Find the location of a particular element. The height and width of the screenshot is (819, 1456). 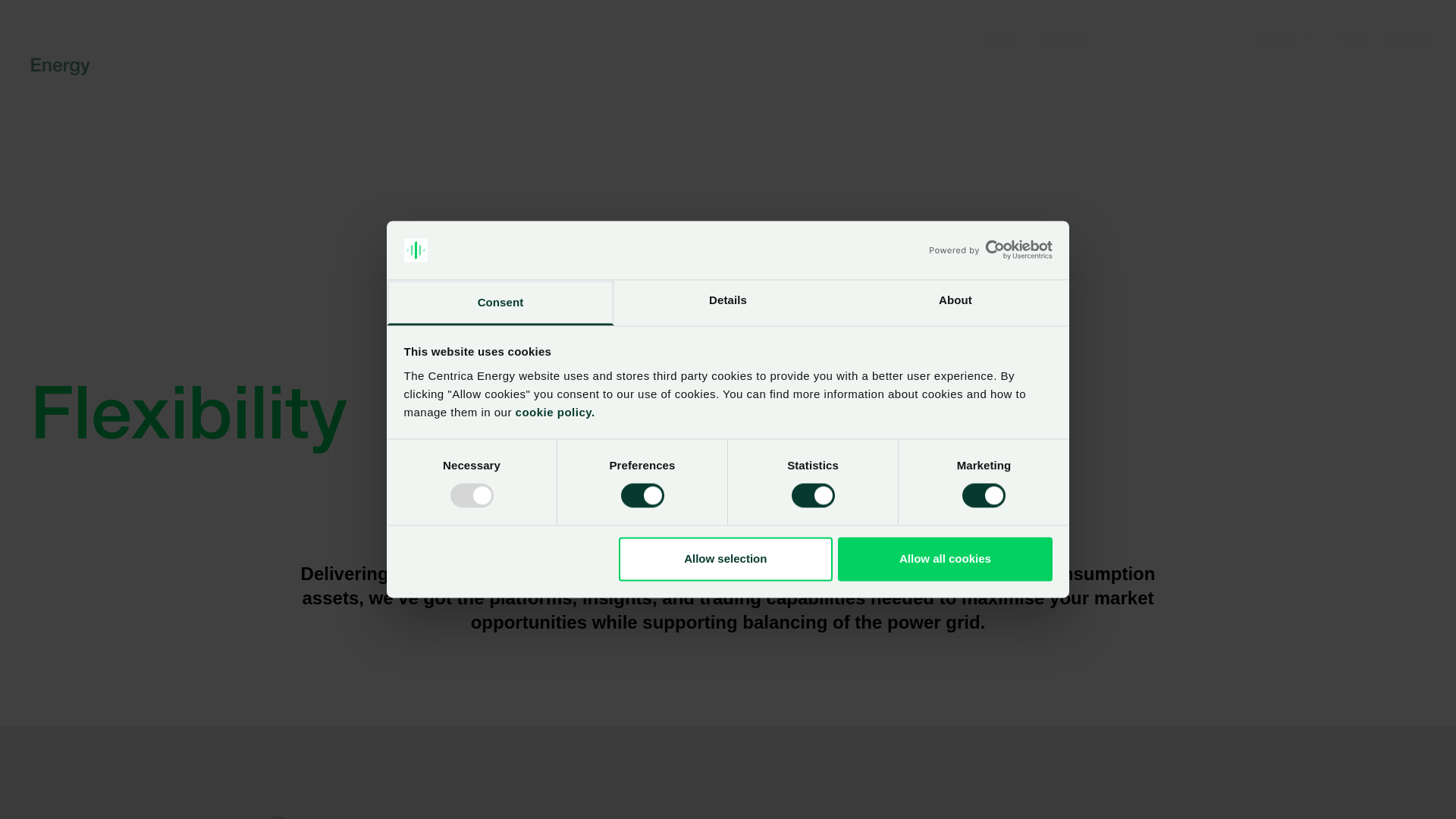

'Press' is located at coordinates (1350, 38).